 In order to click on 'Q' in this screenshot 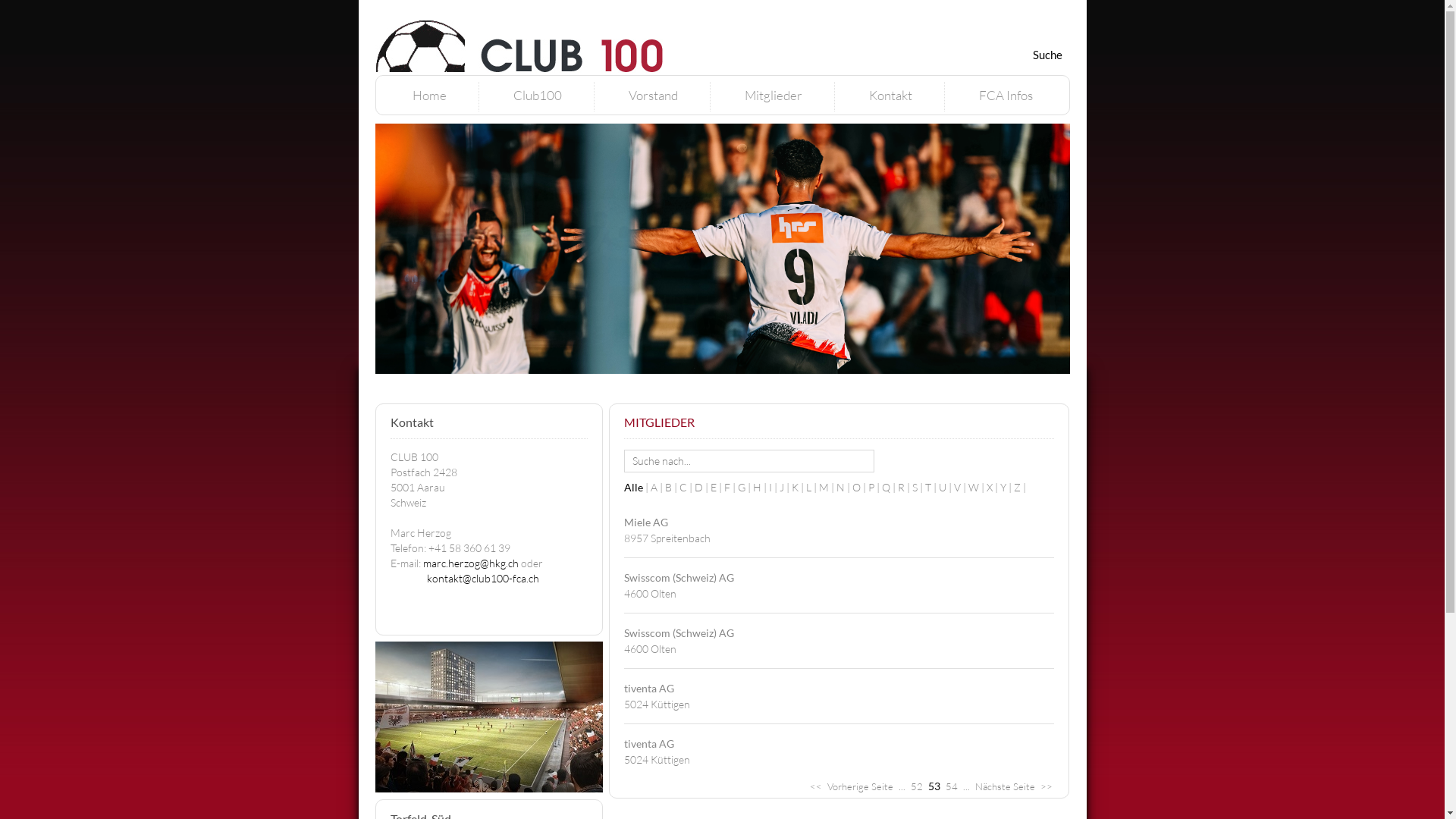, I will do `click(889, 487)`.